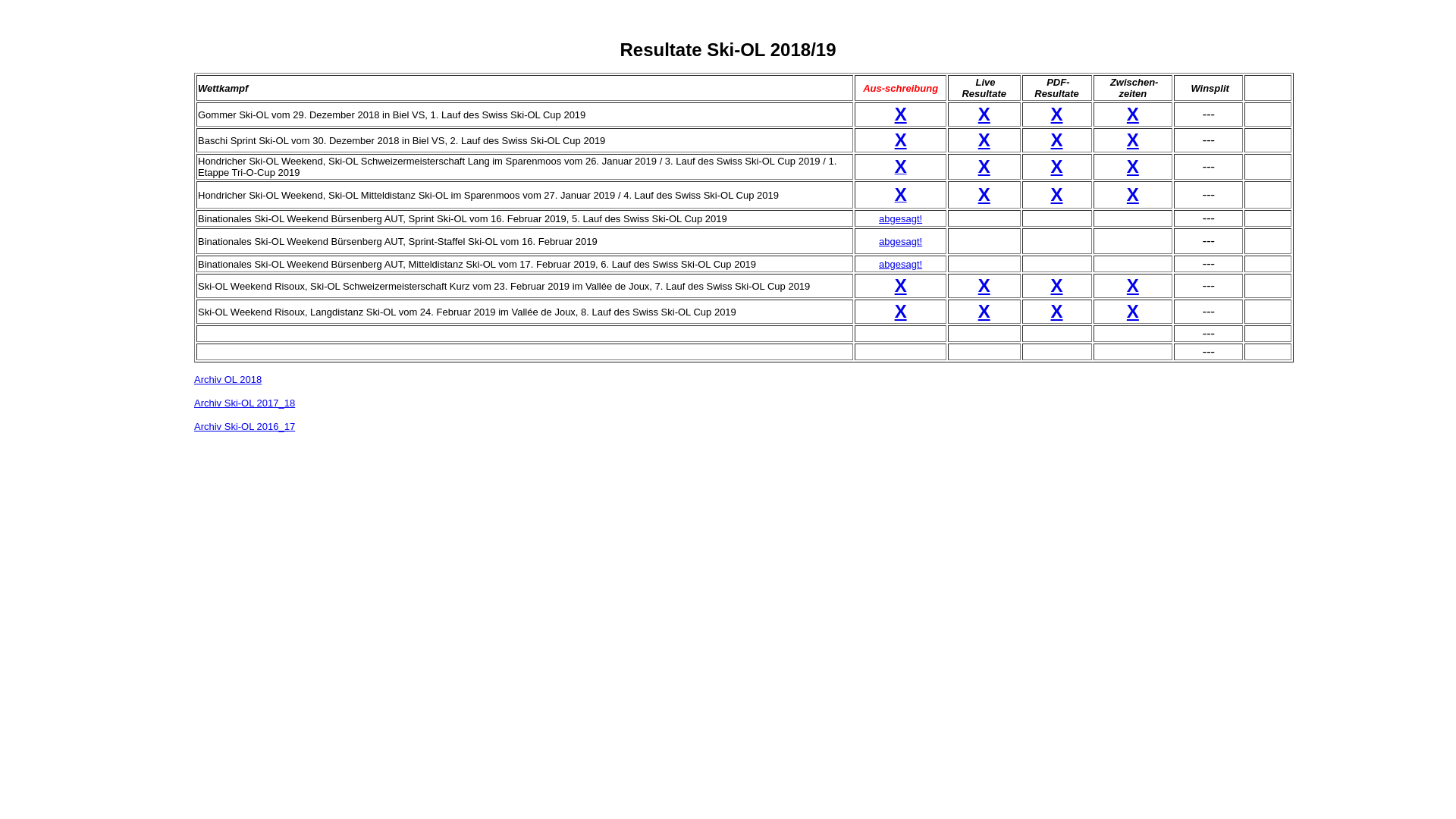 The height and width of the screenshot is (819, 1456). What do you see at coordinates (901, 285) in the screenshot?
I see `'X'` at bounding box center [901, 285].